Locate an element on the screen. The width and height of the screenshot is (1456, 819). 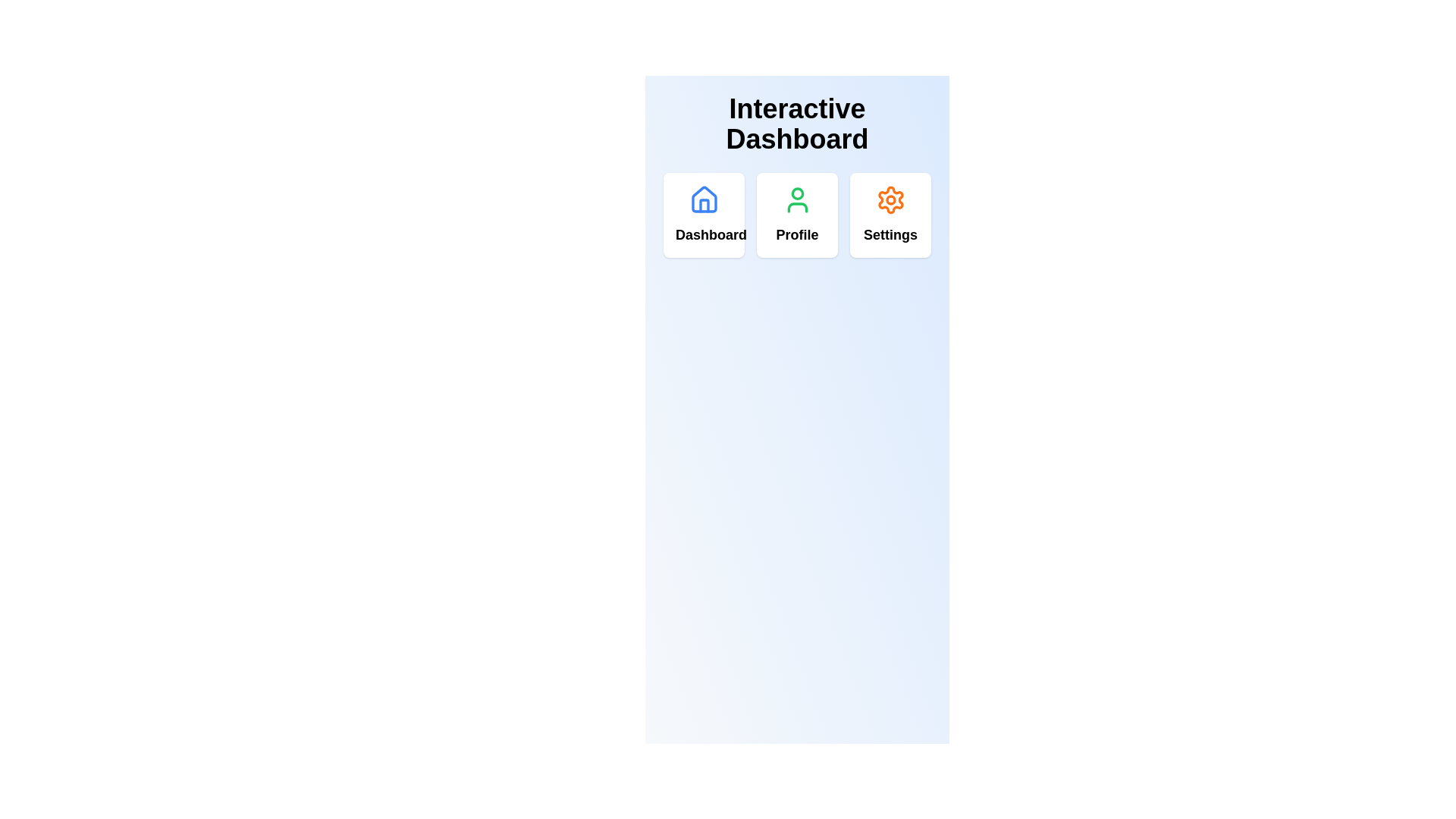
the orange gear-like settings icon located at the top section of the 'Settings' card, which is the third card below the 'Interactive Dashboard' text is located at coordinates (890, 199).